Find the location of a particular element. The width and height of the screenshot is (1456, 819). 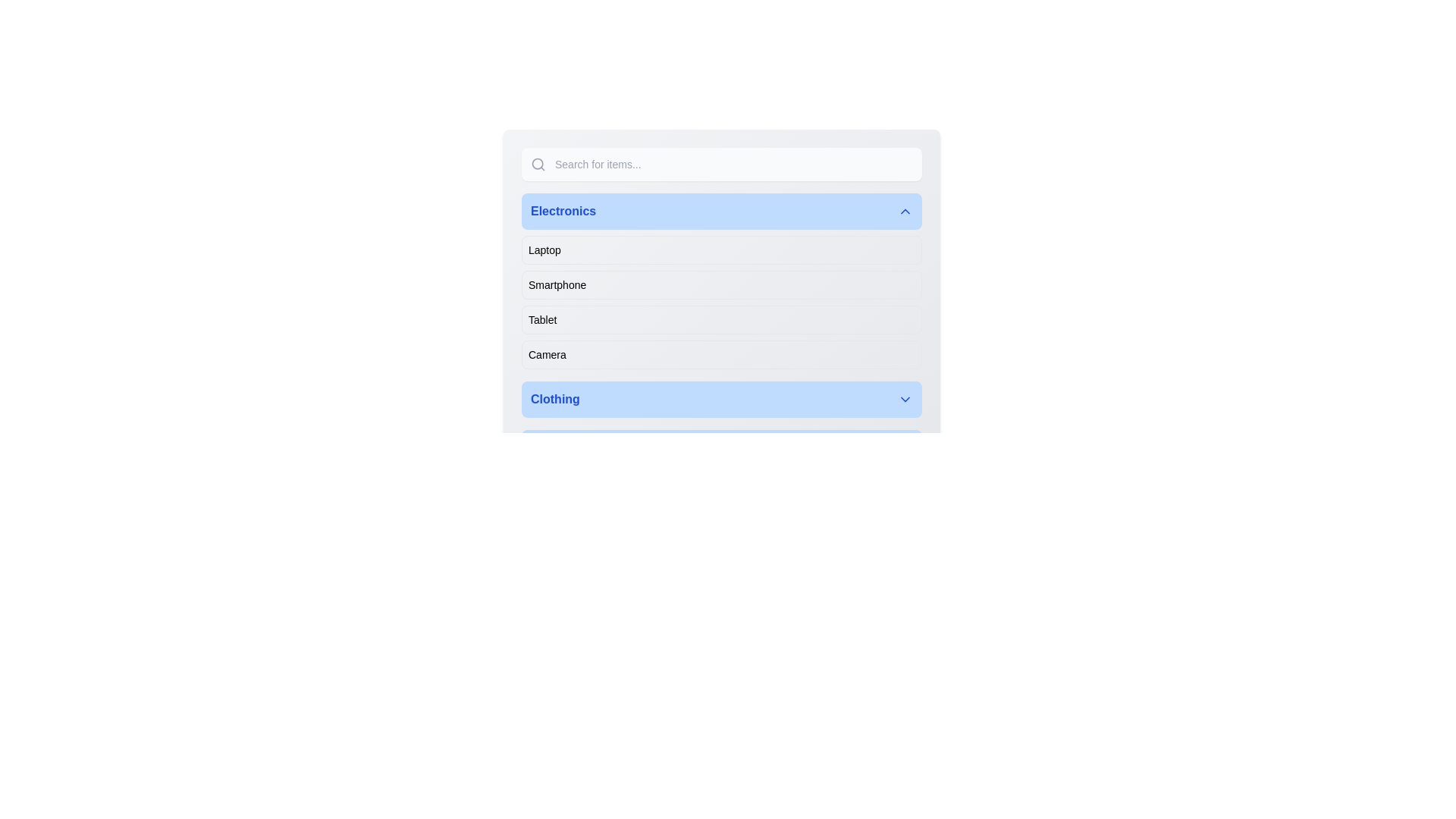

the 'Electronics' section label to trigger a tooltip or highlight effect is located at coordinates (563, 211).